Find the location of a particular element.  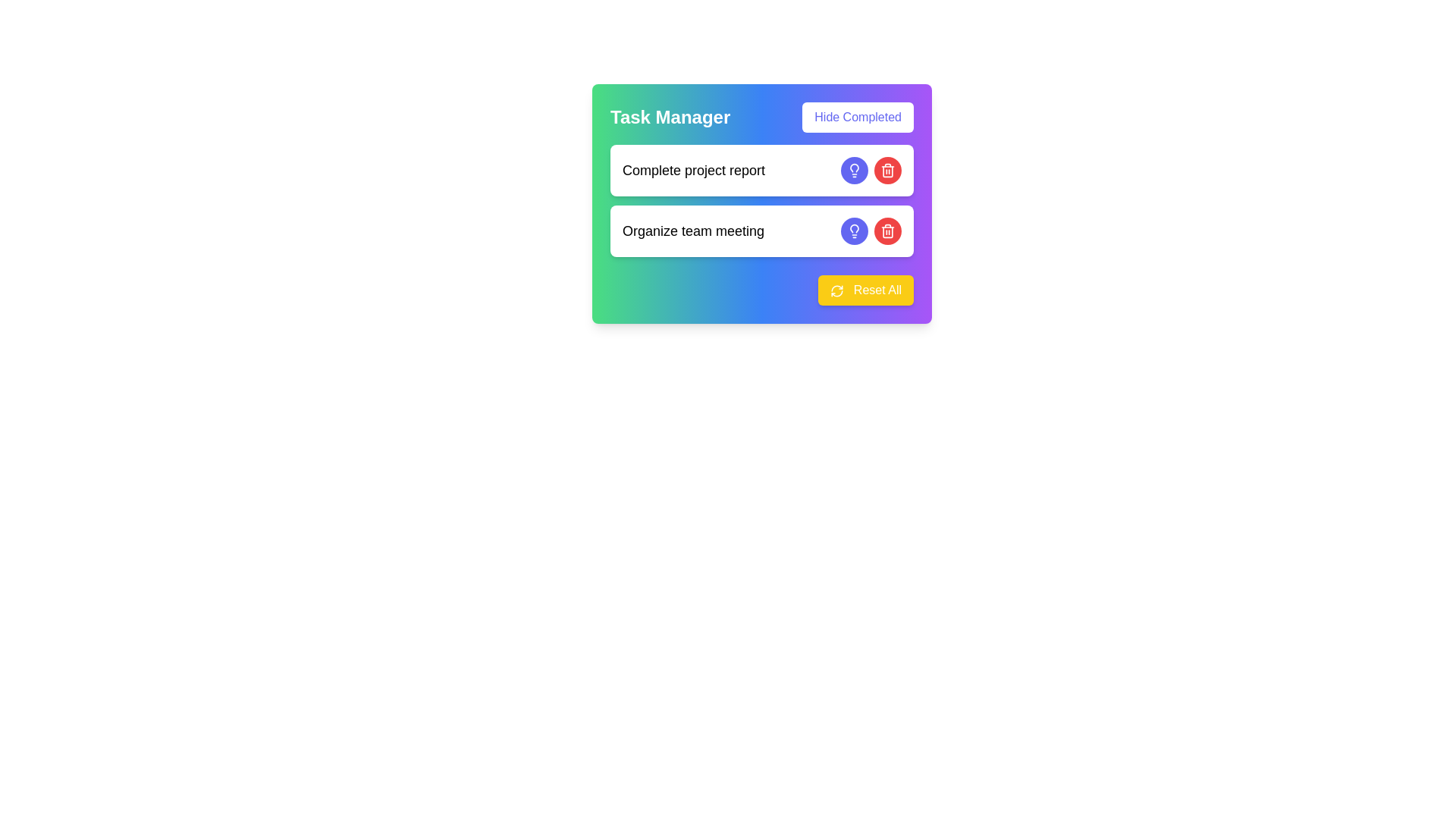

the 'Reset All' button located at the bottom right corner of the task management panel is located at coordinates (836, 290).